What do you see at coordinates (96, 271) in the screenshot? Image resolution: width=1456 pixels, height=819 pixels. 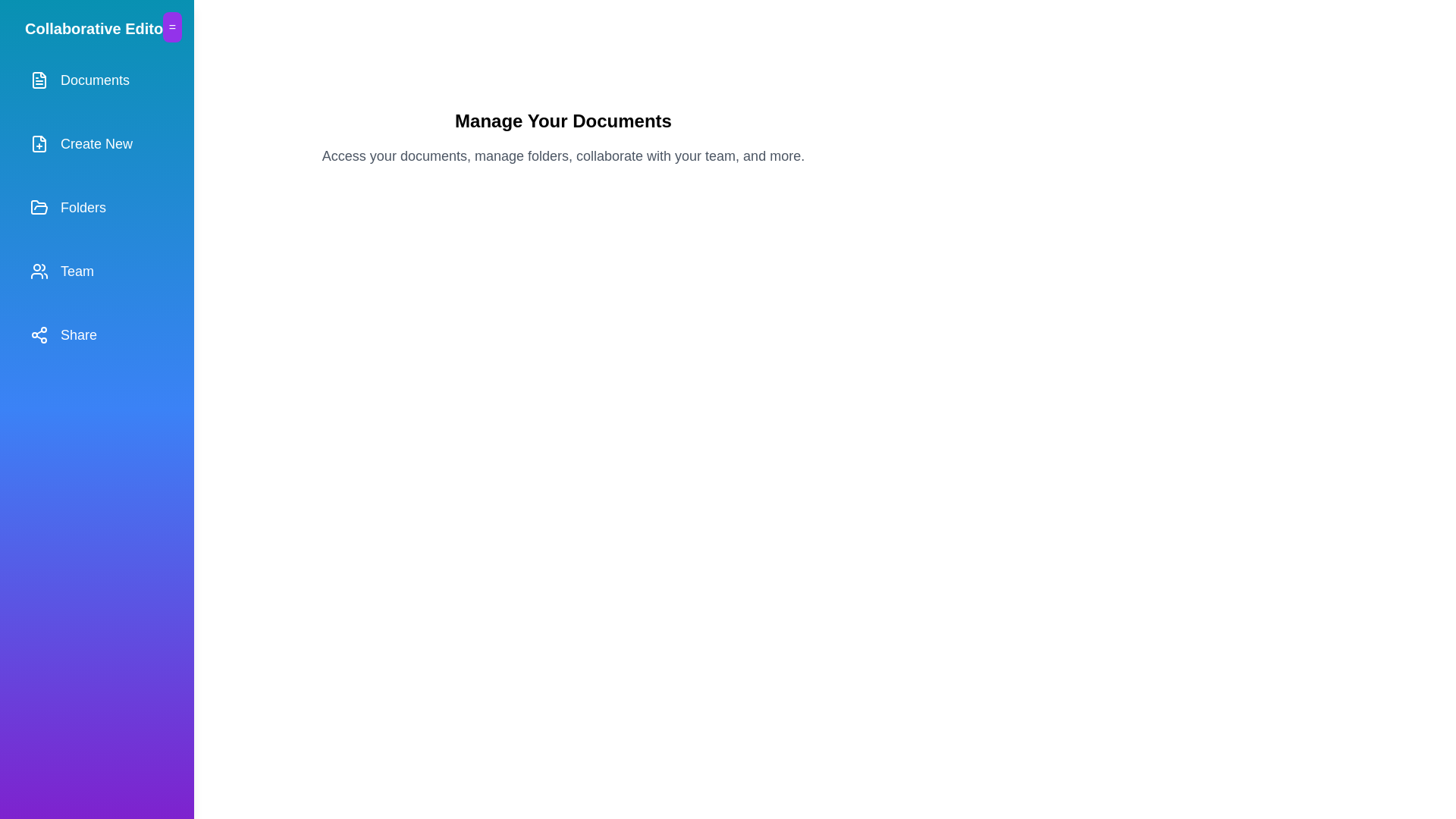 I see `the menu item labeled Team from the drawer` at bounding box center [96, 271].